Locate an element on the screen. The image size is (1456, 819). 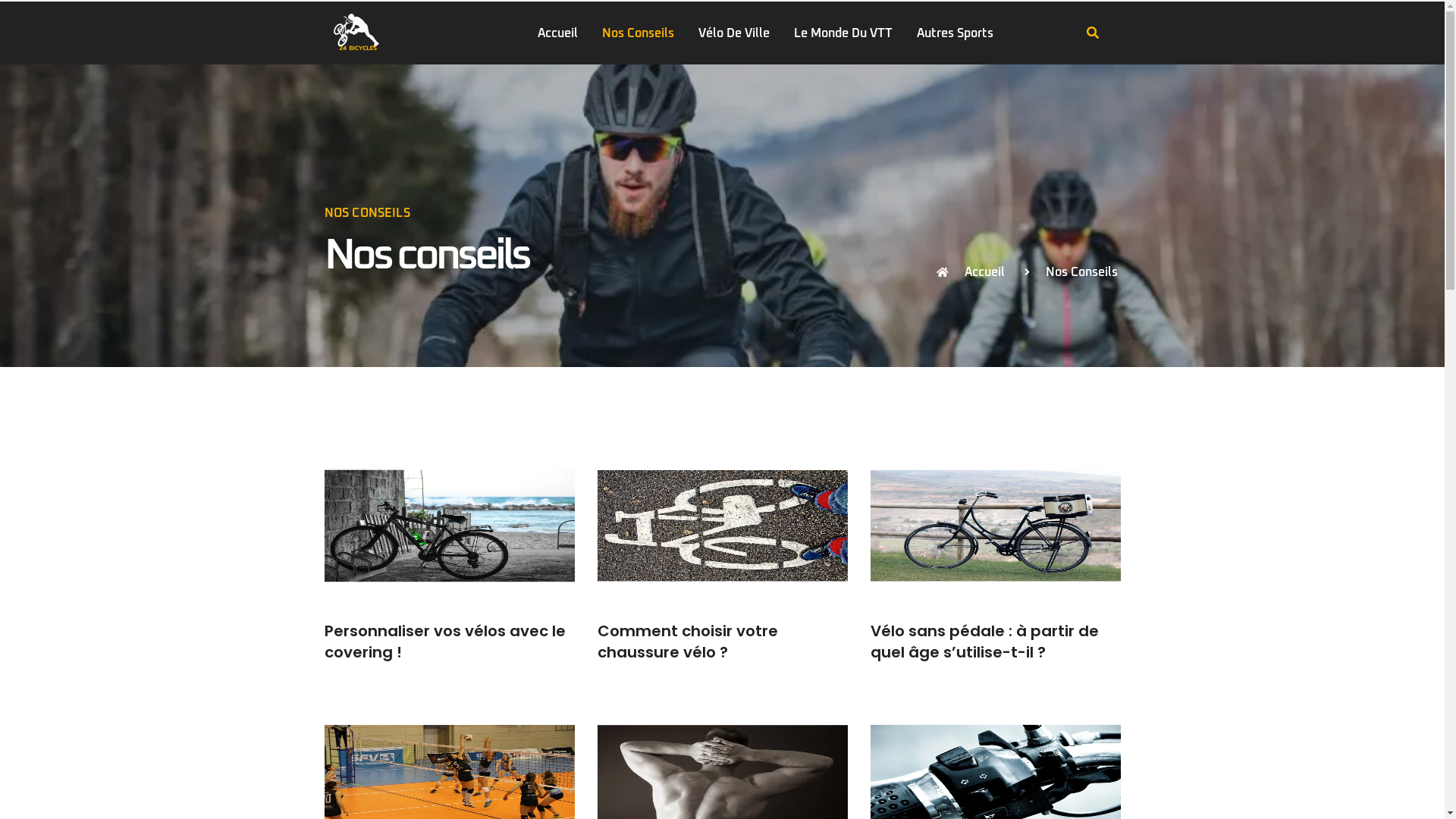
'Accueil' is located at coordinates (968, 271).